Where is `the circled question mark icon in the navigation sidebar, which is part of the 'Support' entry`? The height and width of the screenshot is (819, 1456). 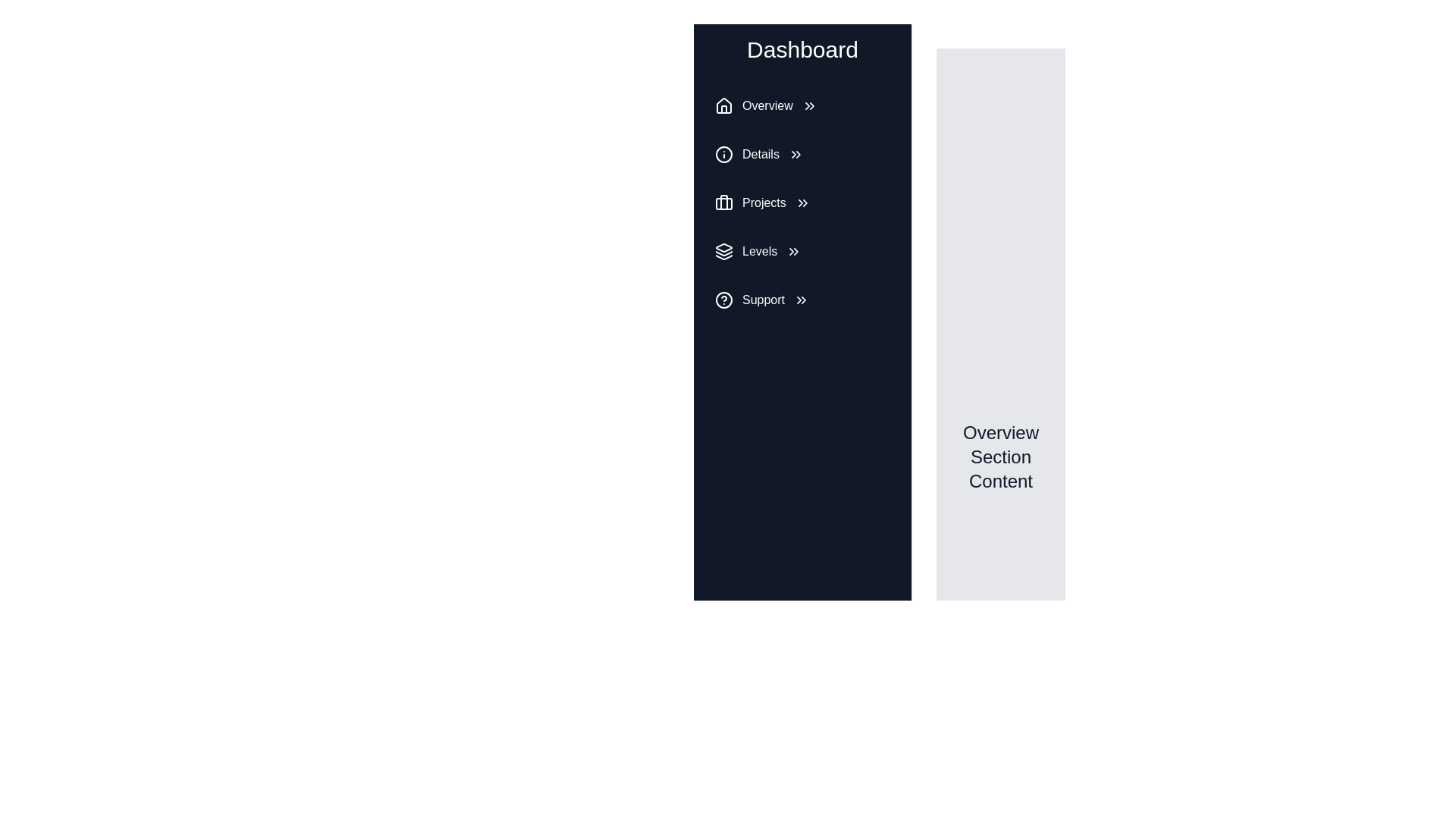
the circled question mark icon in the navigation sidebar, which is part of the 'Support' entry is located at coordinates (723, 300).